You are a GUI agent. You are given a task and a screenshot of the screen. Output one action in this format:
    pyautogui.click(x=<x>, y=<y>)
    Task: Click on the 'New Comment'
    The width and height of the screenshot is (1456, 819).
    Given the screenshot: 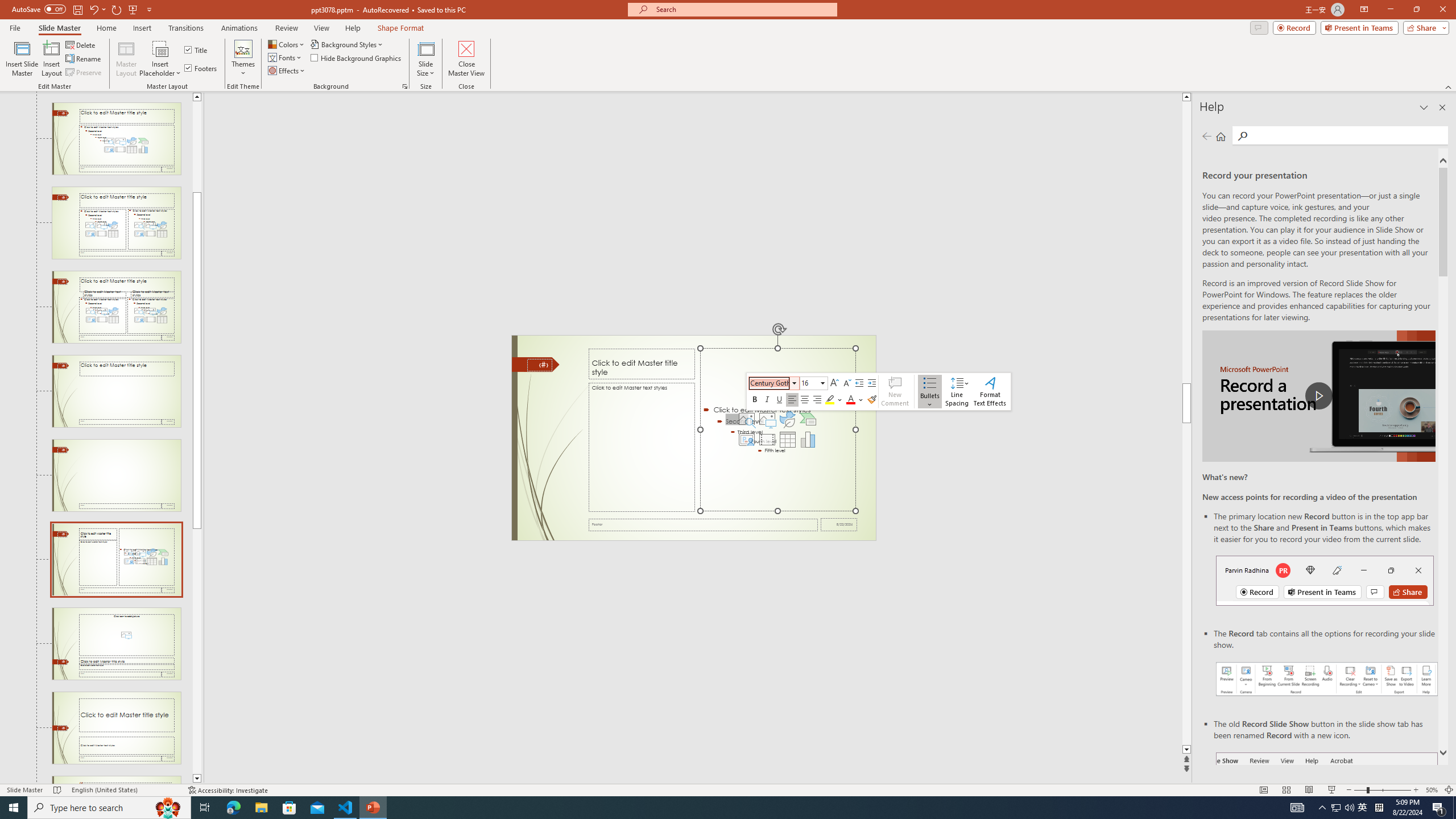 What is the action you would take?
    pyautogui.click(x=895, y=392)
    